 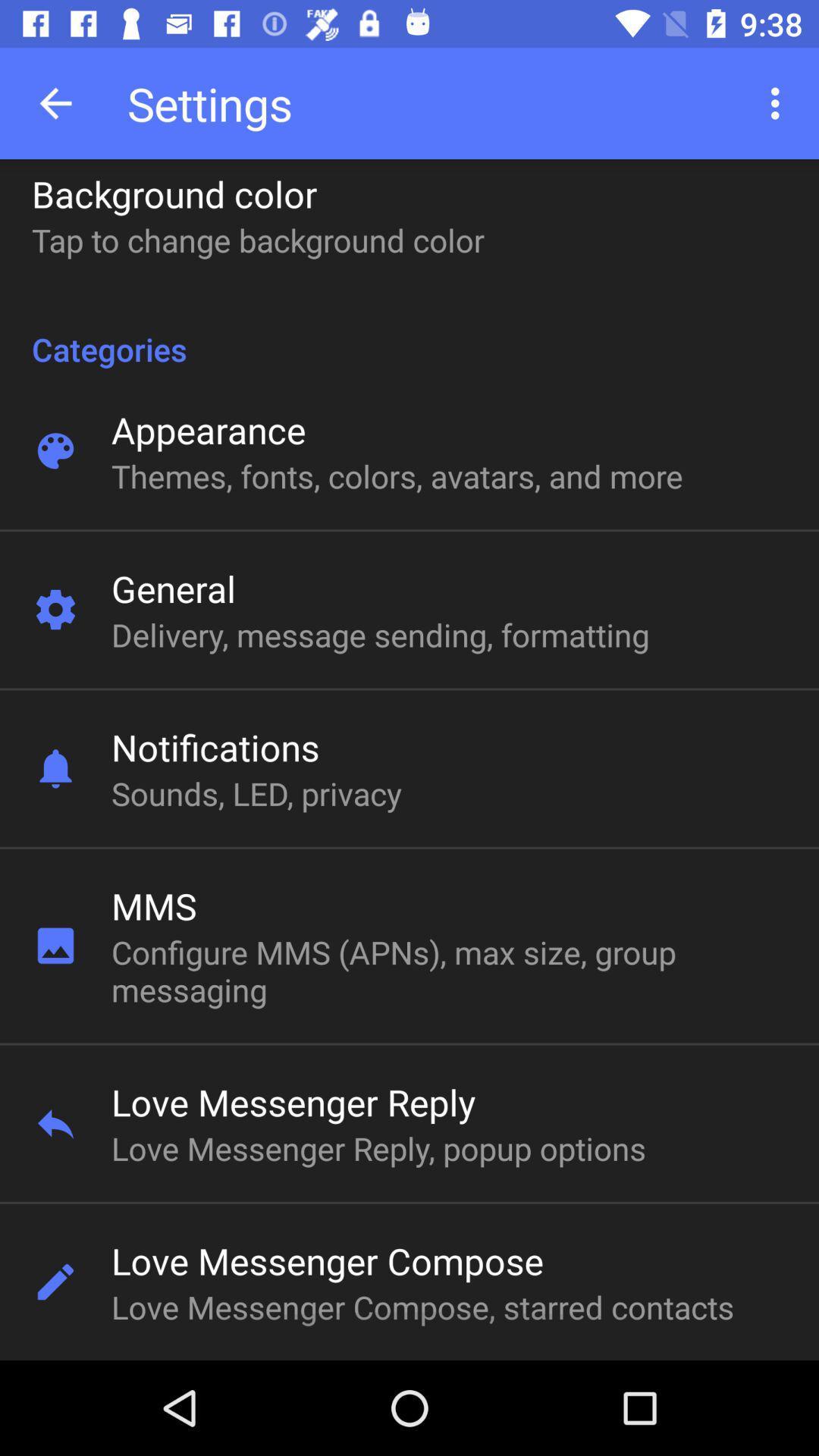 I want to click on the general item, so click(x=173, y=587).